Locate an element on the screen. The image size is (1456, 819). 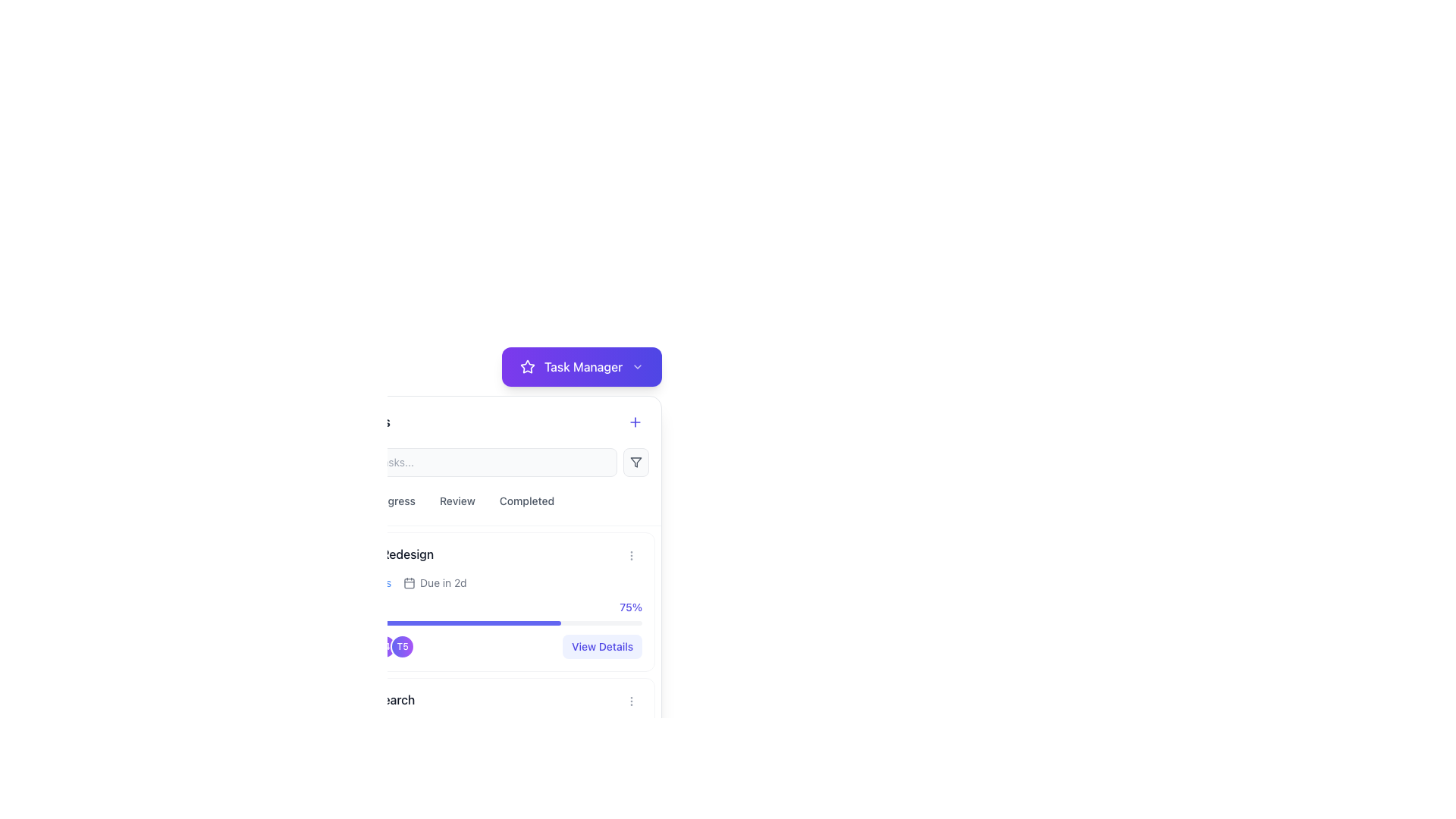
the button in the 'User Research' card segment to read the task details is located at coordinates (479, 763).